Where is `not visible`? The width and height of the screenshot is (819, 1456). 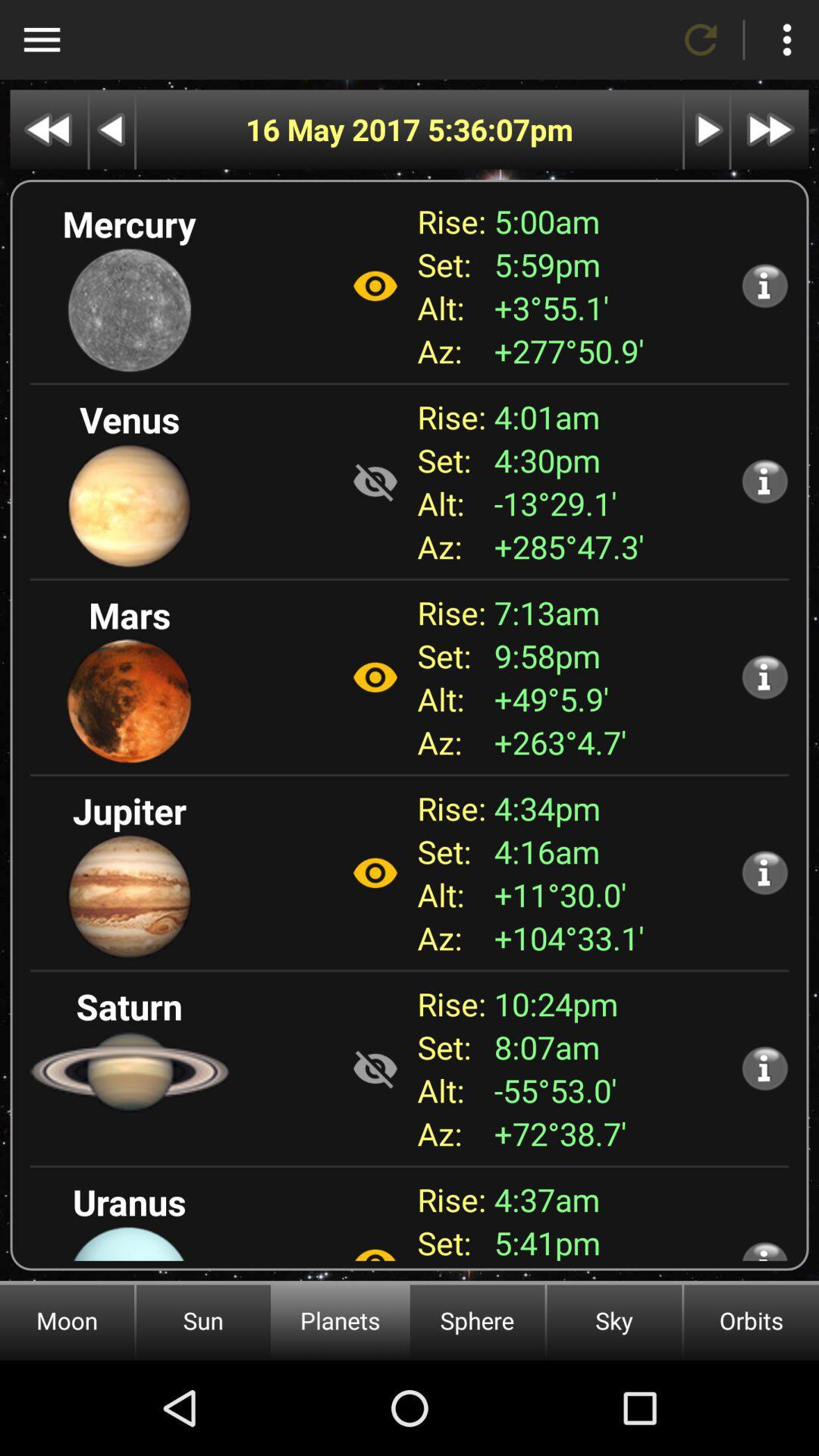
not visible is located at coordinates (375, 481).